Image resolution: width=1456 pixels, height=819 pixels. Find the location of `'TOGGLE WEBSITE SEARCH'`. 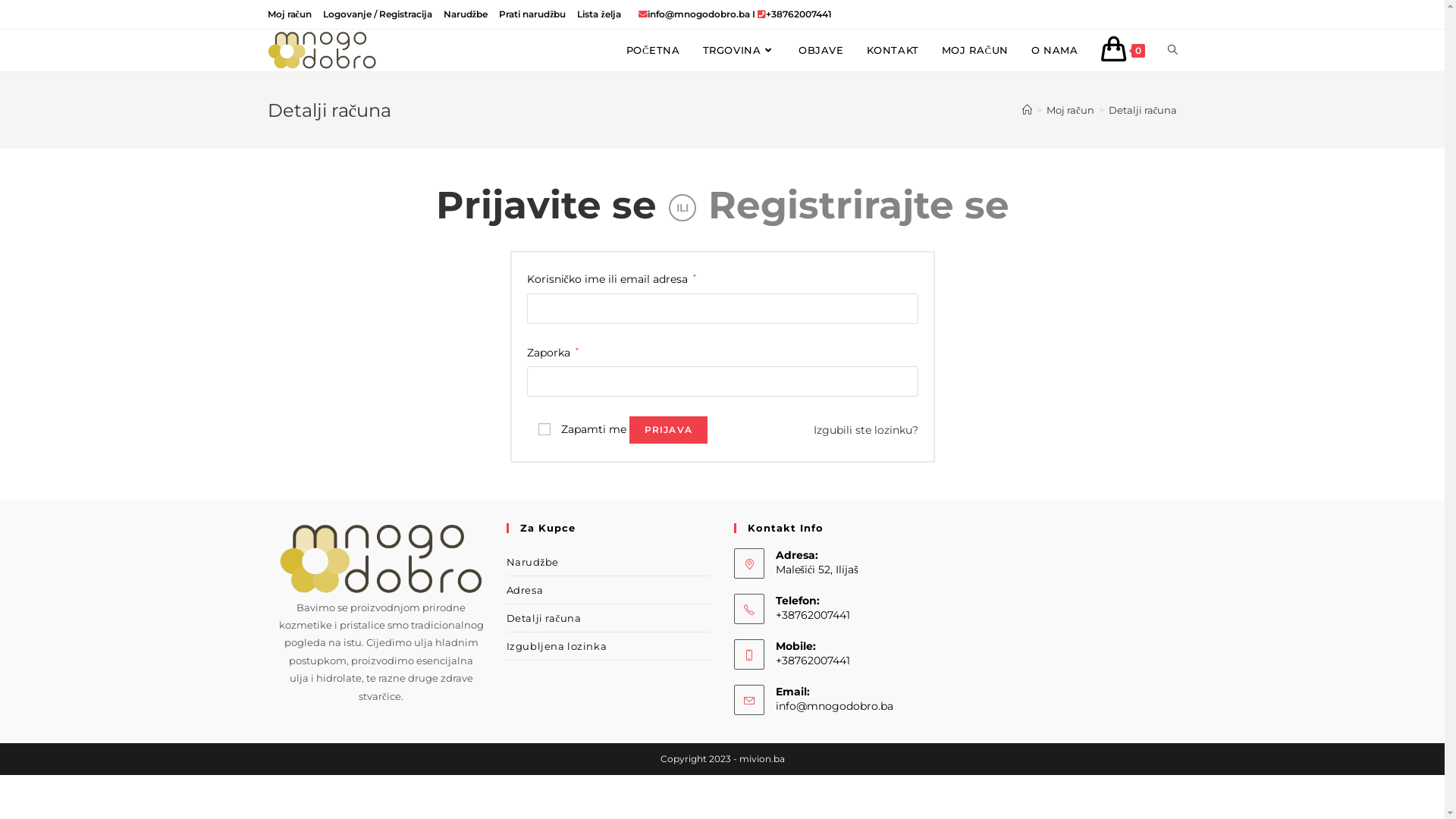

'TOGGLE WEBSITE SEARCH' is located at coordinates (1171, 49).